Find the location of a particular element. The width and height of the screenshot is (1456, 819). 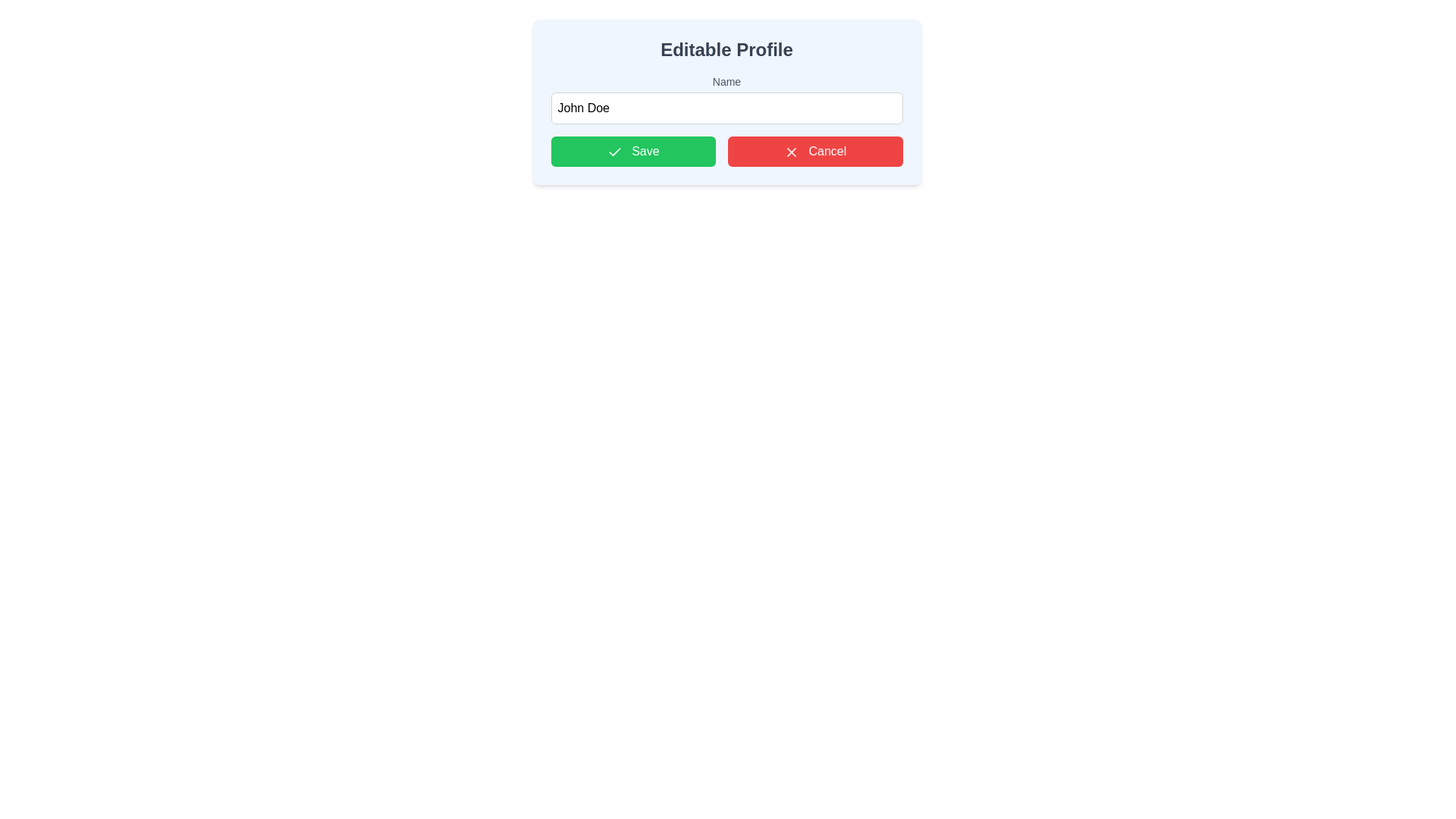

the checkmark icon embedded in the green 'Save' button, which is the first button on the left side of the button row below the text field is located at coordinates (614, 152).